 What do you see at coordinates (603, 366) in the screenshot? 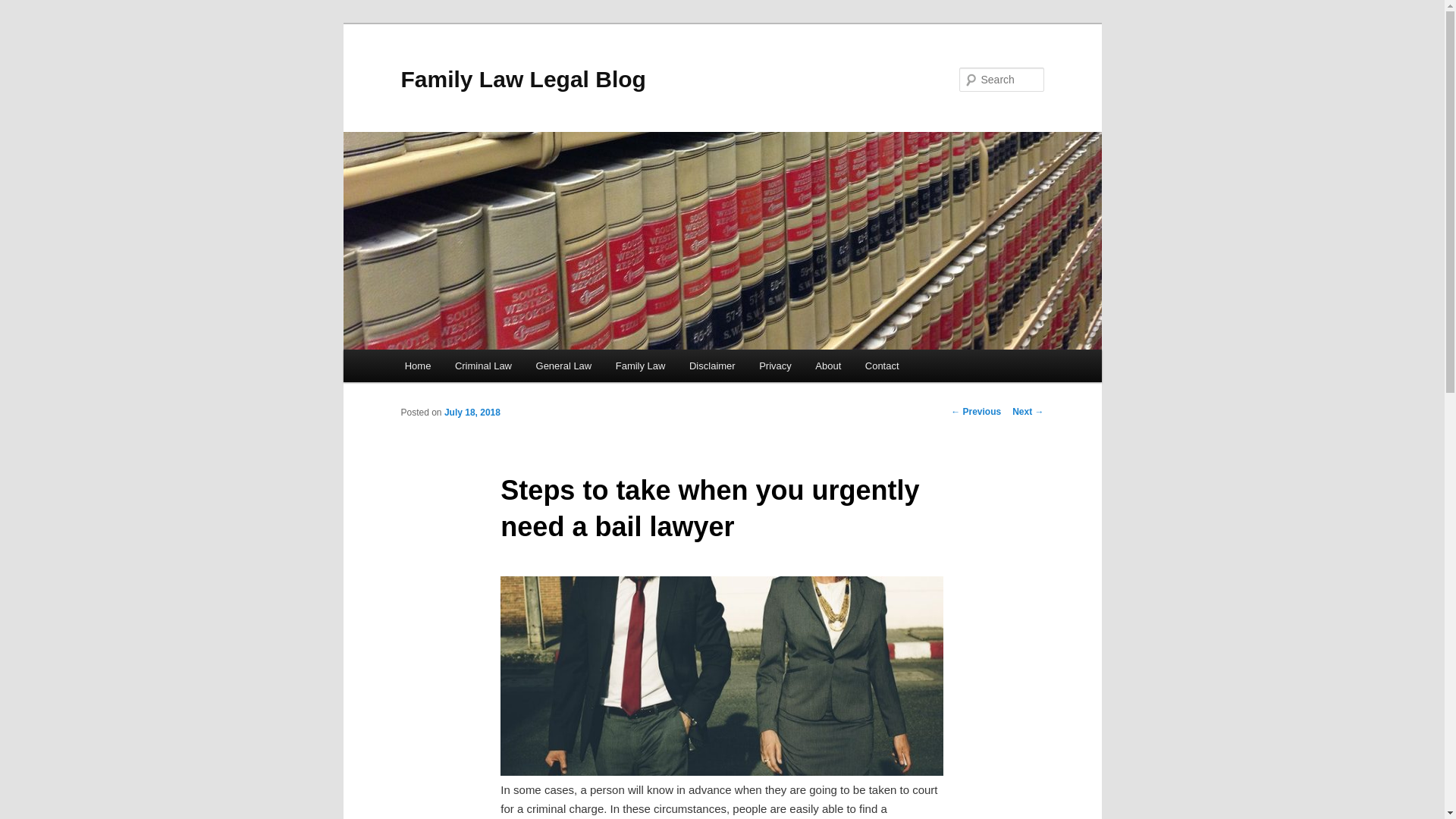
I see `'Family Law'` at bounding box center [603, 366].